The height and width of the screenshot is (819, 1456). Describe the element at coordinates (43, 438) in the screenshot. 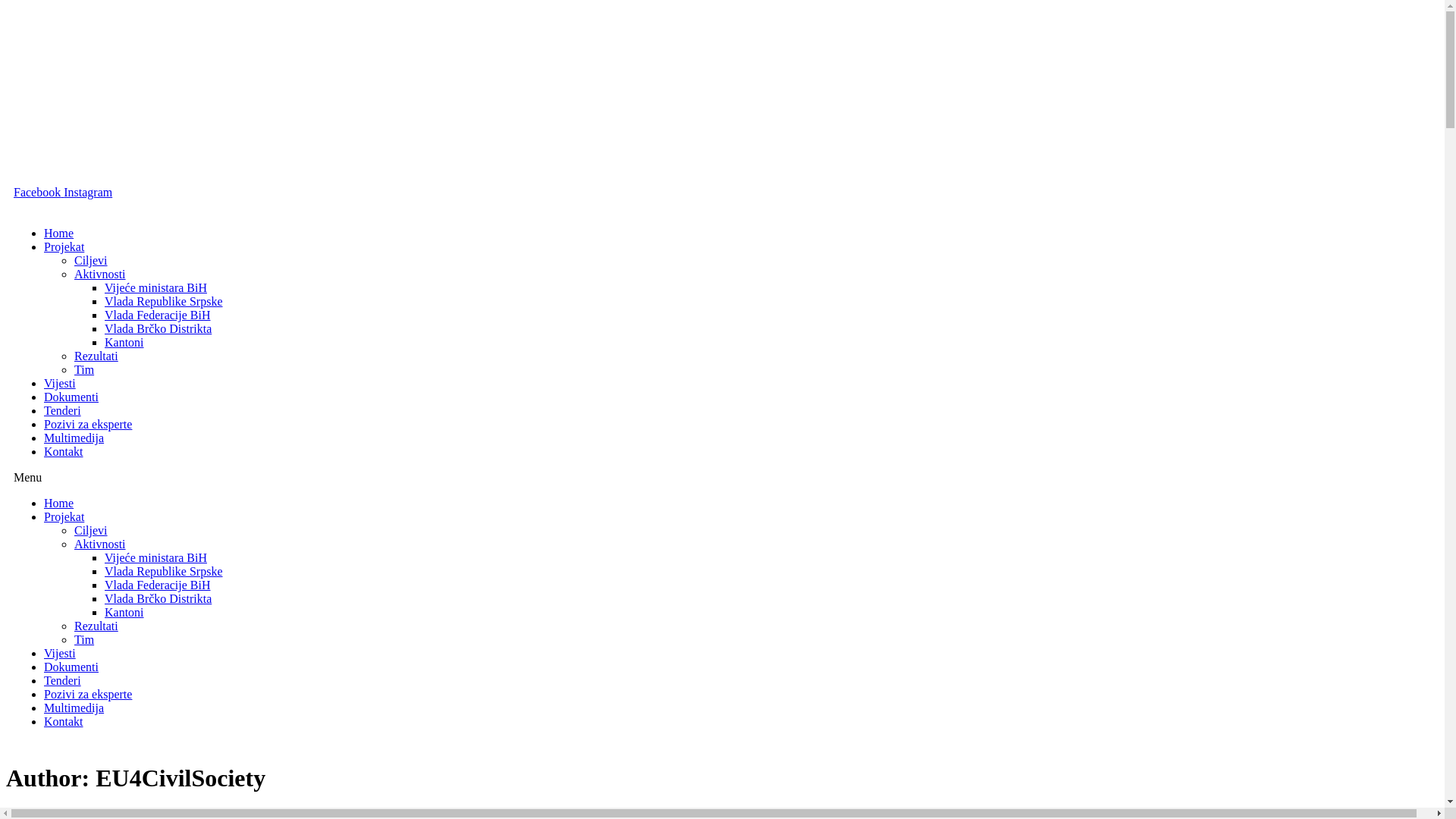

I see `'Multimedija'` at that location.